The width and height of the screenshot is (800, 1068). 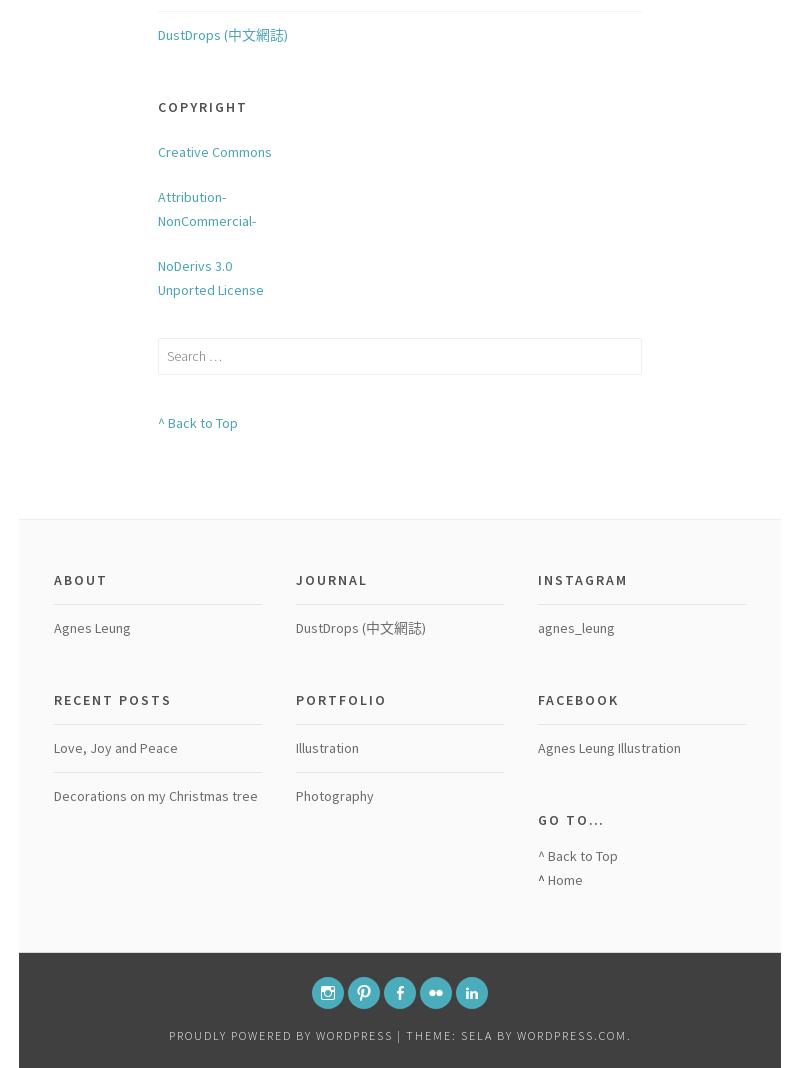 What do you see at coordinates (582, 577) in the screenshot?
I see `'Instagram'` at bounding box center [582, 577].